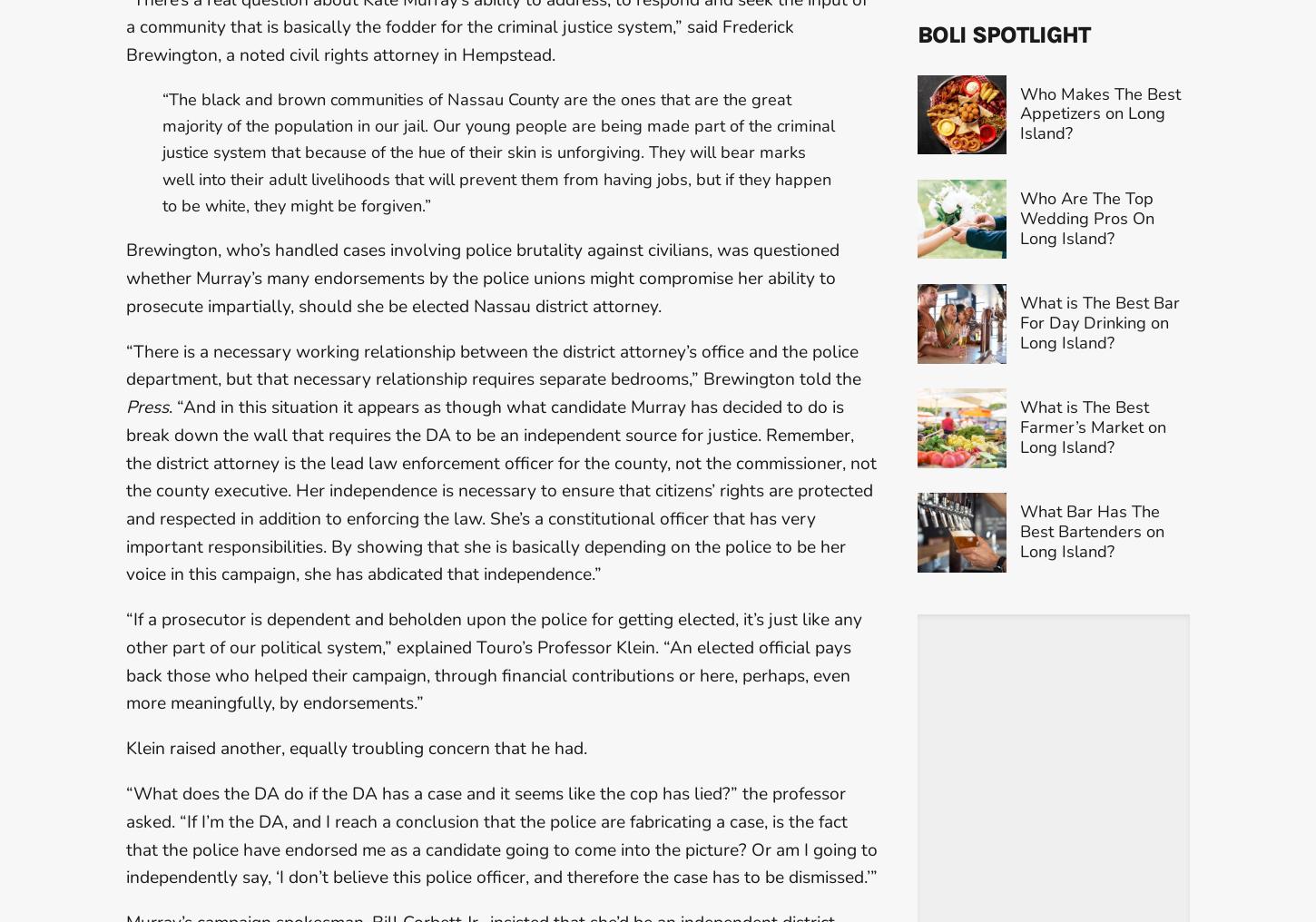 This screenshot has width=1316, height=922. Describe the element at coordinates (125, 835) in the screenshot. I see `'“What does the DA do if the DA has a case and it seems like the cop has lied?” the professor asked. “If I’m the DA, and I reach a conclusion that the police are fabricating a case, is the fact that the police have endorsed me as a candidate going to come into the picture? Or am I going to independently say, ‘I don’t believe this police officer, and therefore the case has to be dismissed.’”'` at that location.